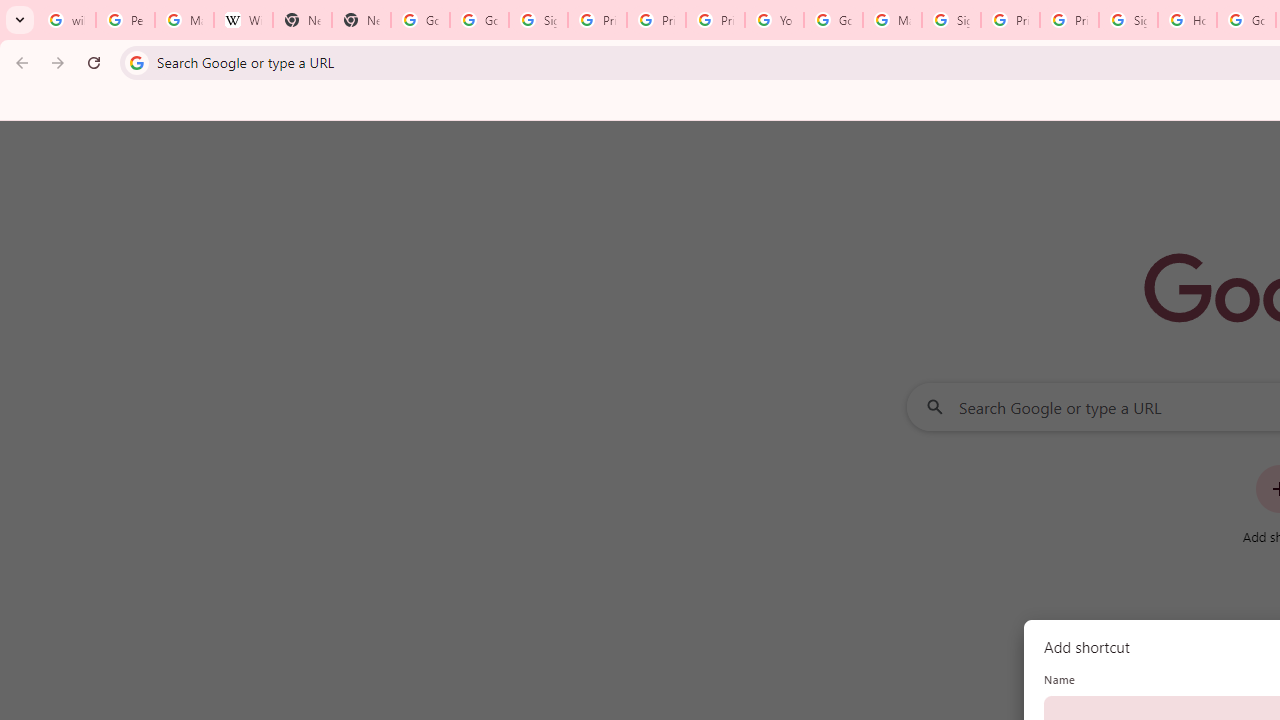 This screenshot has height=720, width=1280. What do you see at coordinates (242, 20) in the screenshot?
I see `'Wikipedia:Edit requests - Wikipedia'` at bounding box center [242, 20].